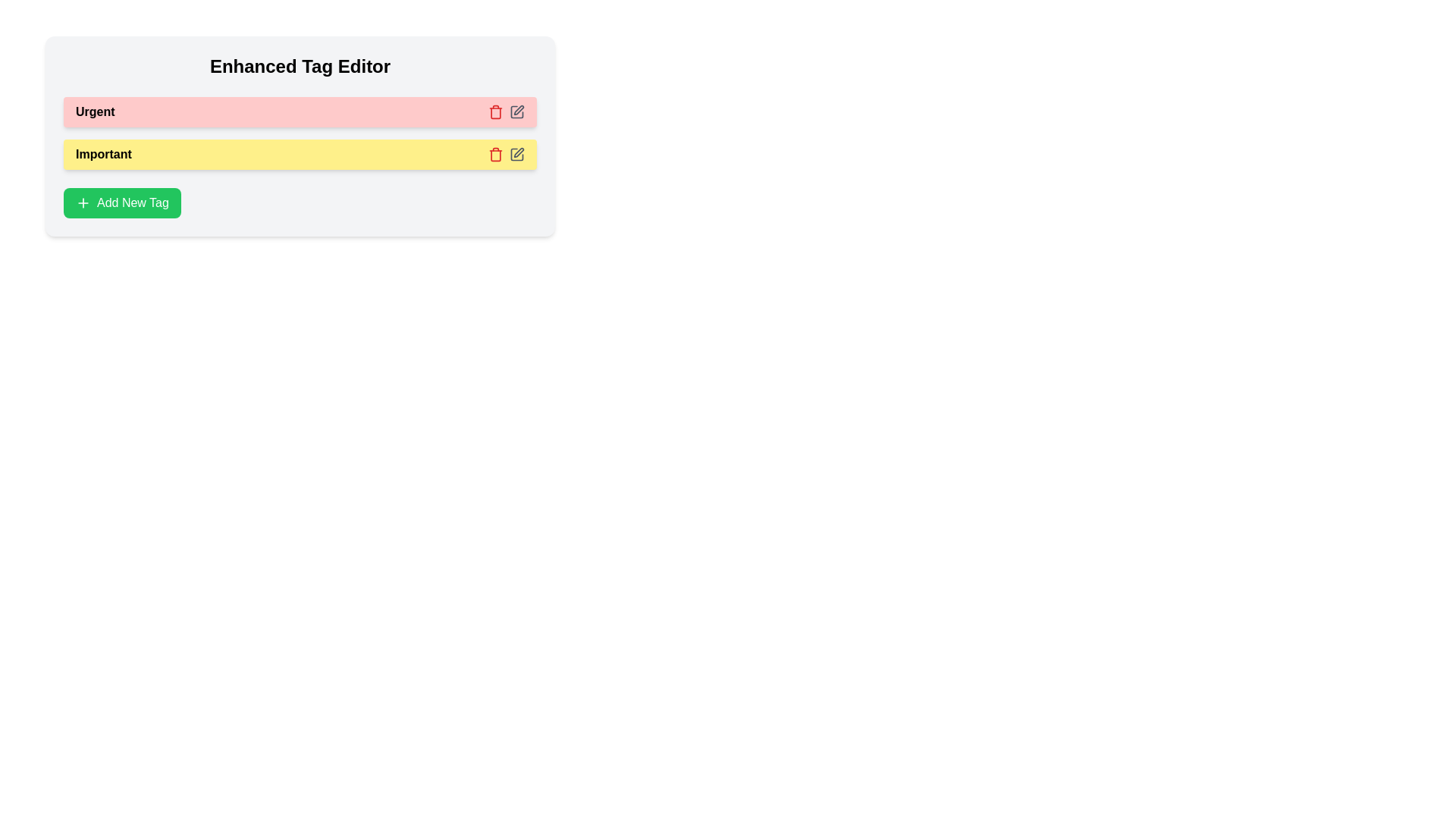  What do you see at coordinates (519, 109) in the screenshot?
I see `the edit icon located near the right side of the pink 'Urgent' tag, which allows the user to modify the associated content` at bounding box center [519, 109].